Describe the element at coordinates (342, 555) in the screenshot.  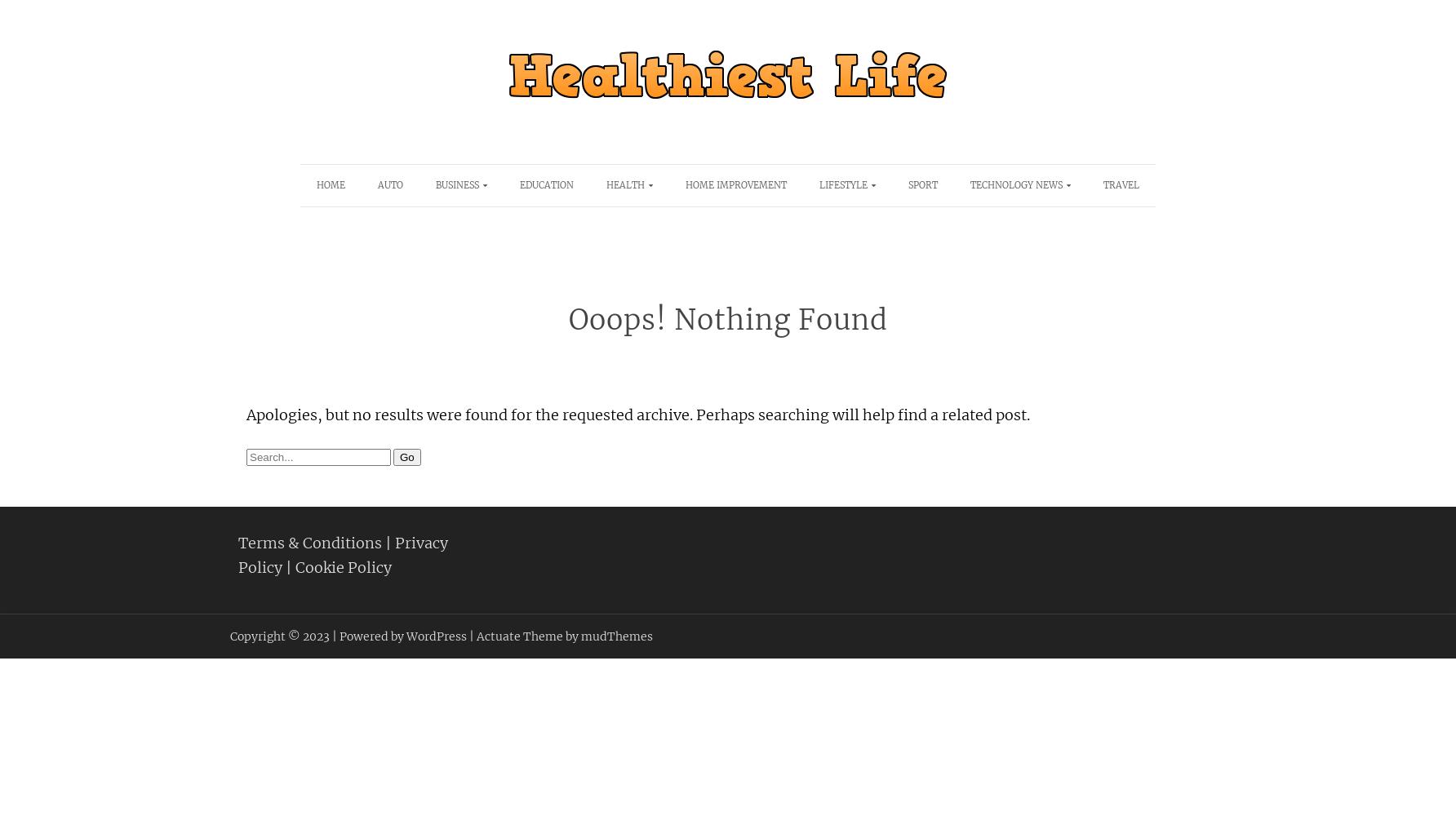
I see `'Privacy Policy'` at that location.